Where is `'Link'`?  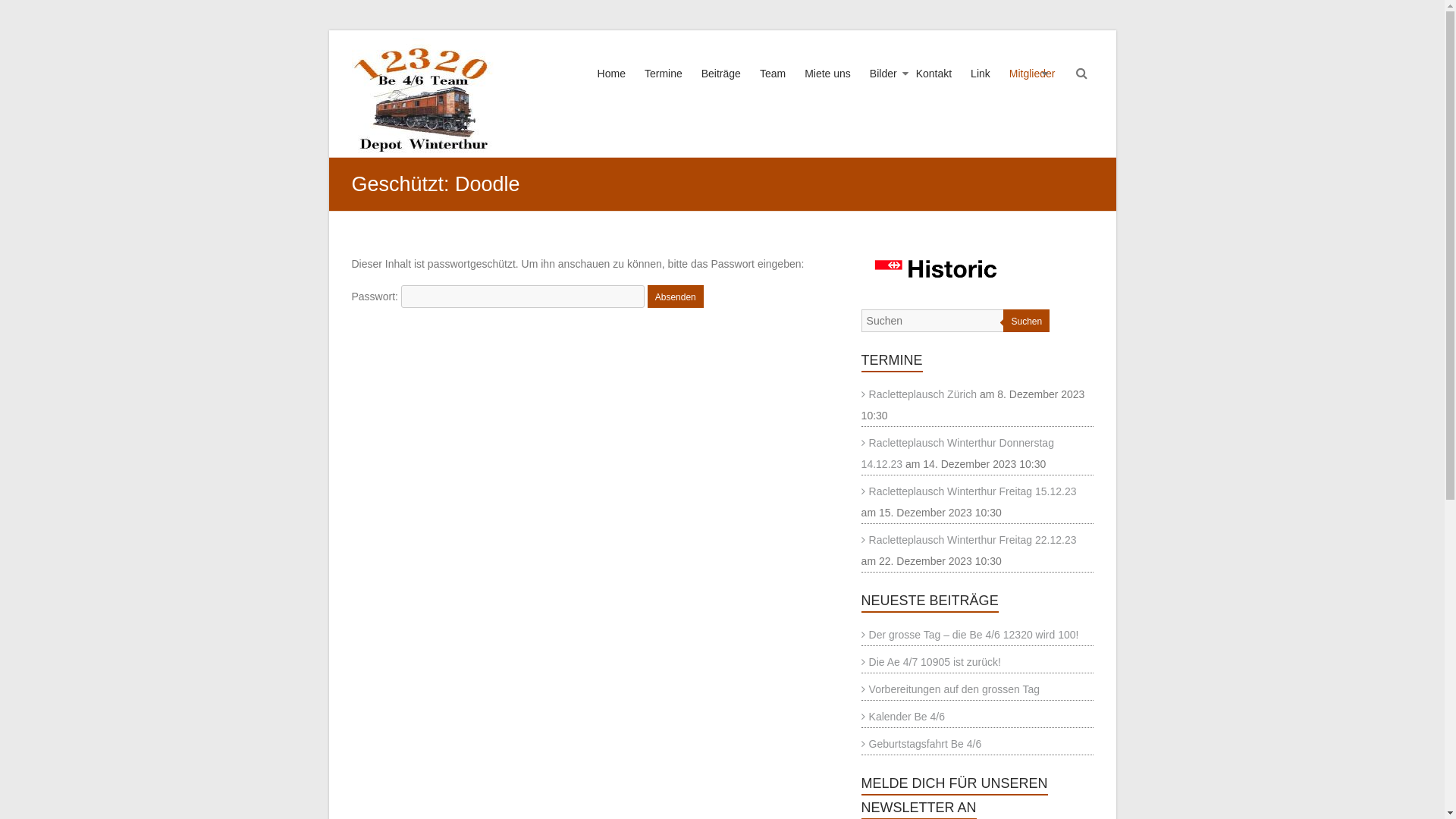
'Link' is located at coordinates (980, 87).